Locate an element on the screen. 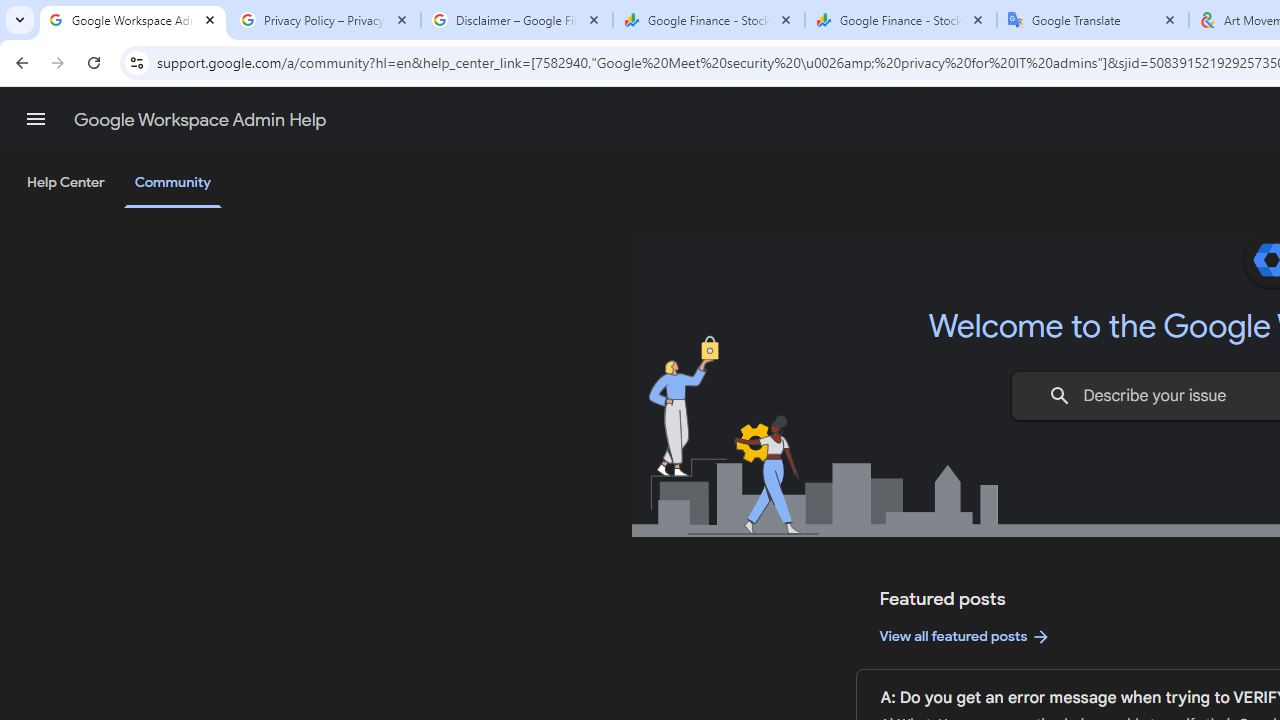 This screenshot has height=720, width=1280. 'Help Center' is located at coordinates (65, 183).